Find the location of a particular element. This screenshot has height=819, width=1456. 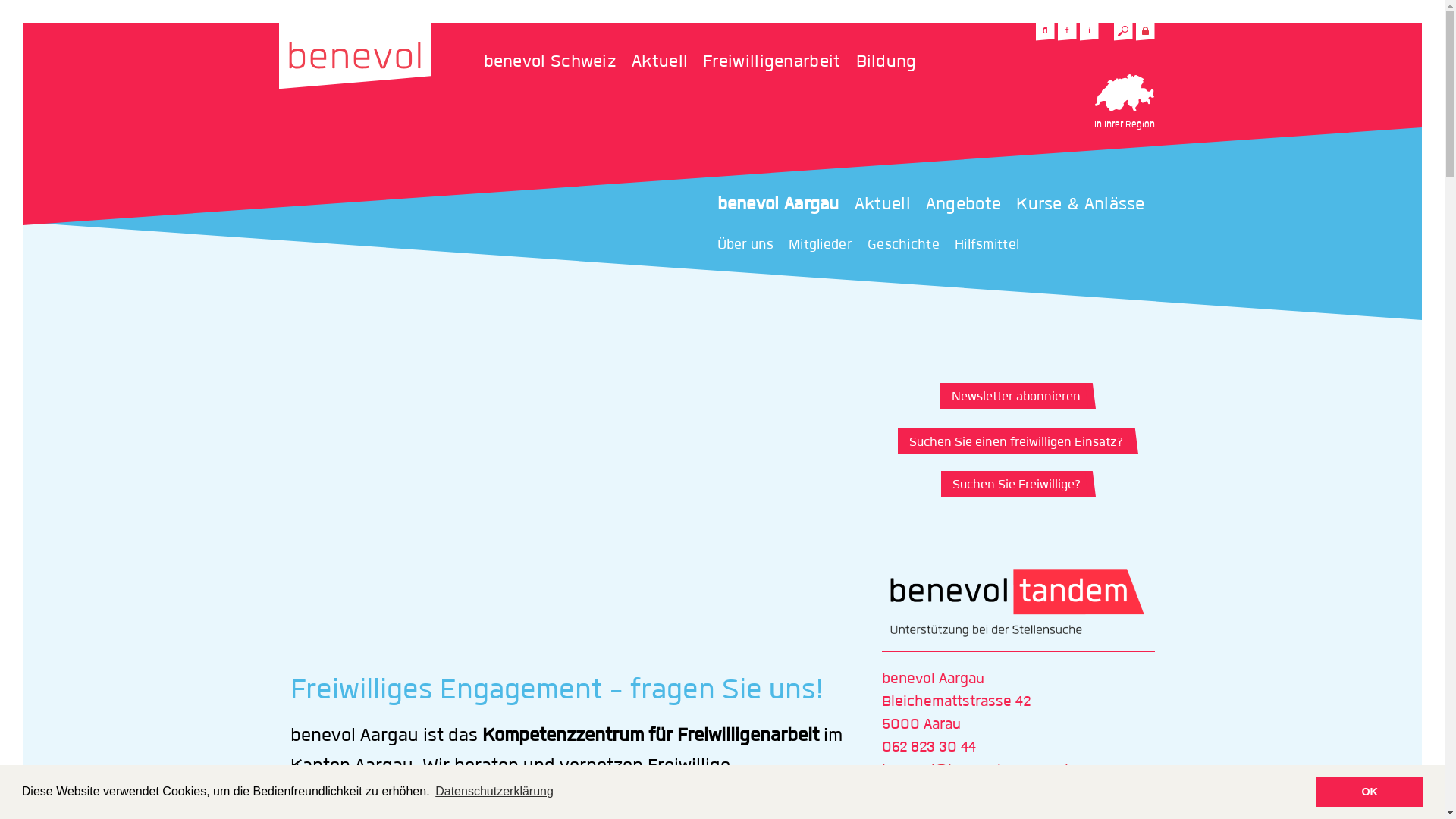

'Newsletter abonnieren' is located at coordinates (1014, 394).